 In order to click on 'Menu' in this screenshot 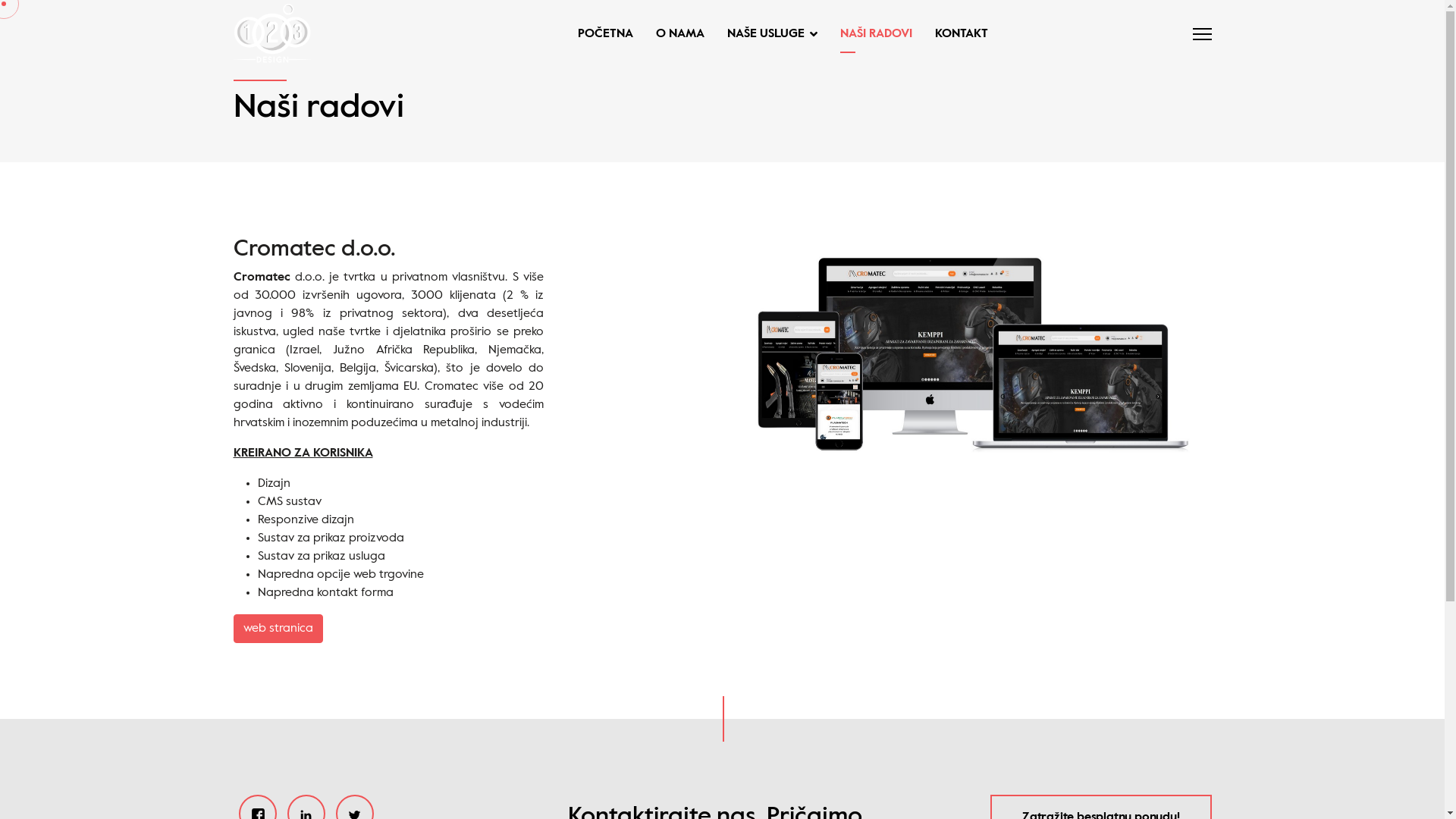, I will do `click(1191, 34)`.